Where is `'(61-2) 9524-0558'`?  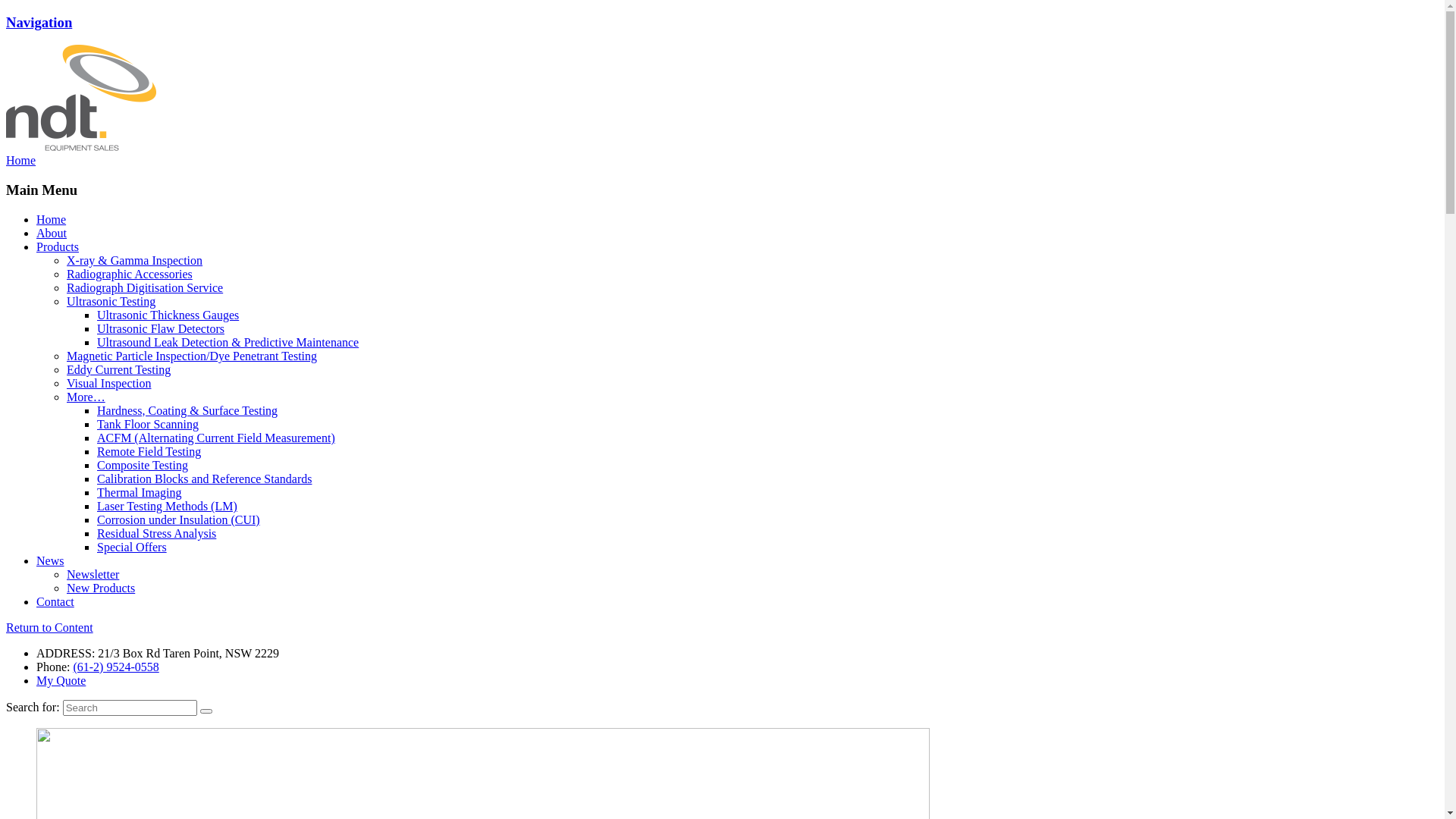 '(61-2) 9524-0558' is located at coordinates (115, 666).